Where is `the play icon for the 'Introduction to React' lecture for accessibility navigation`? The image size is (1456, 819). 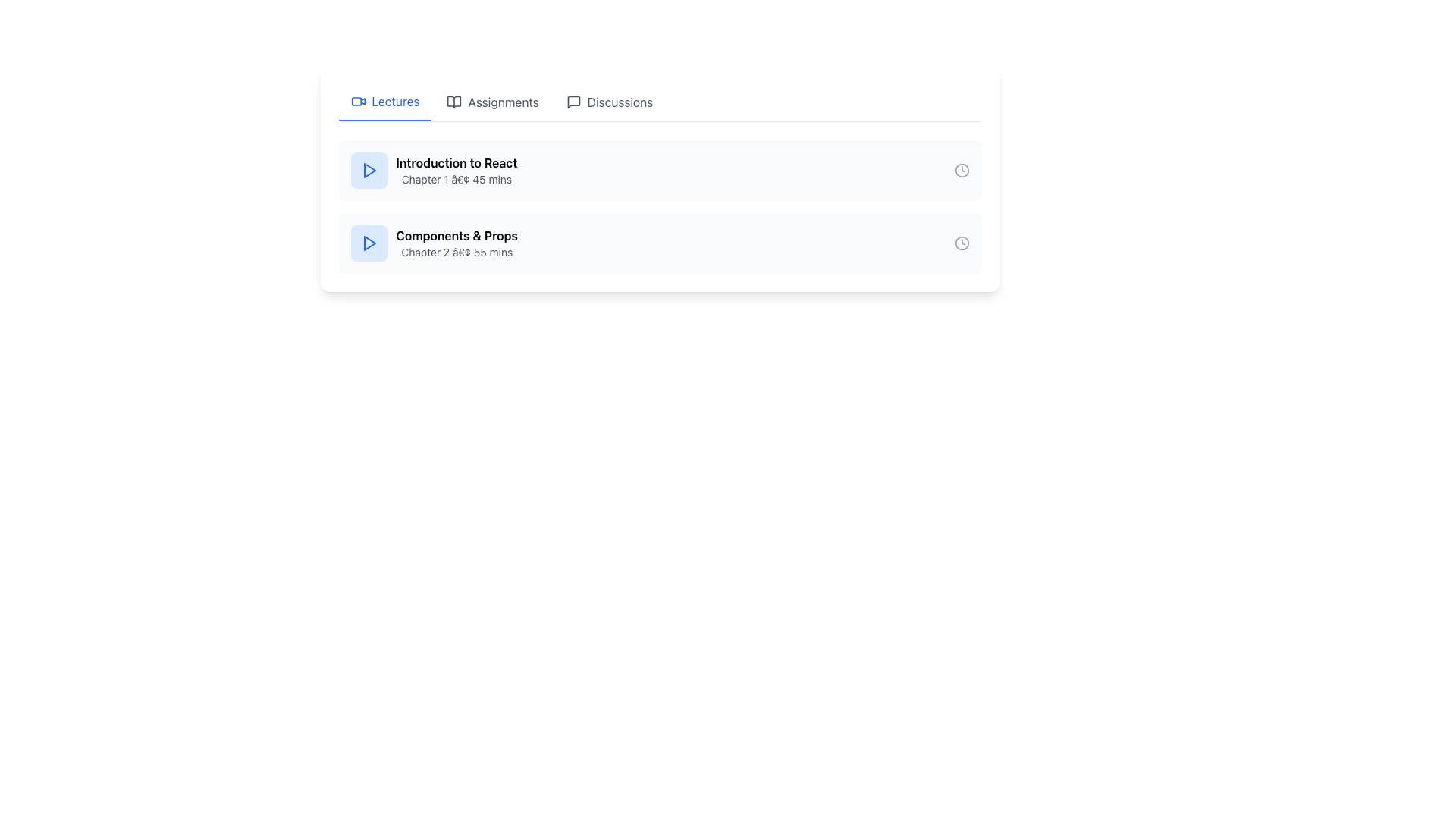
the play icon for the 'Introduction to React' lecture for accessibility navigation is located at coordinates (369, 170).